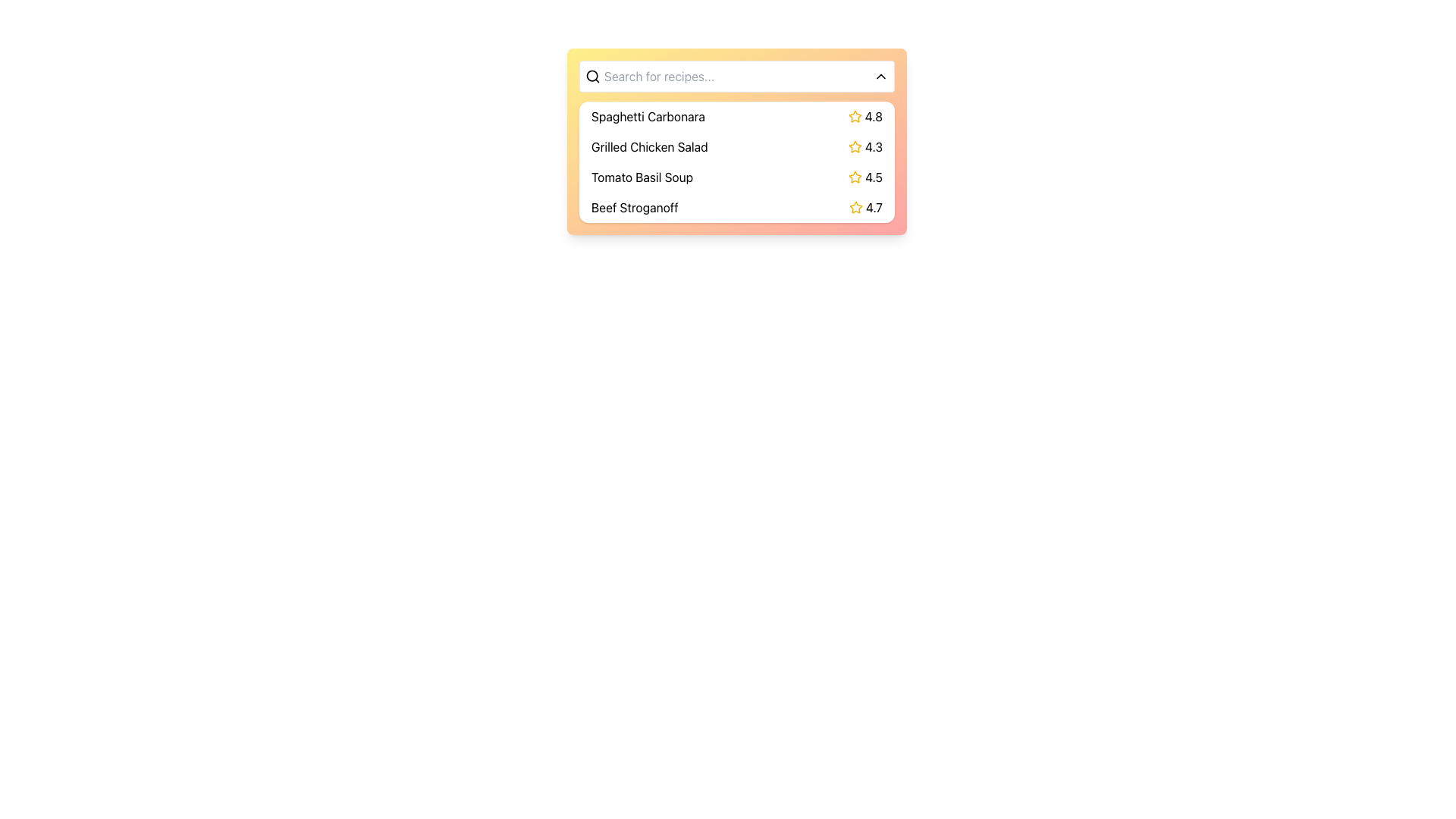 Image resolution: width=1456 pixels, height=819 pixels. I want to click on the rating display indicating a score of 4.8 for 'Spaghetti Carbonara', so click(865, 116).